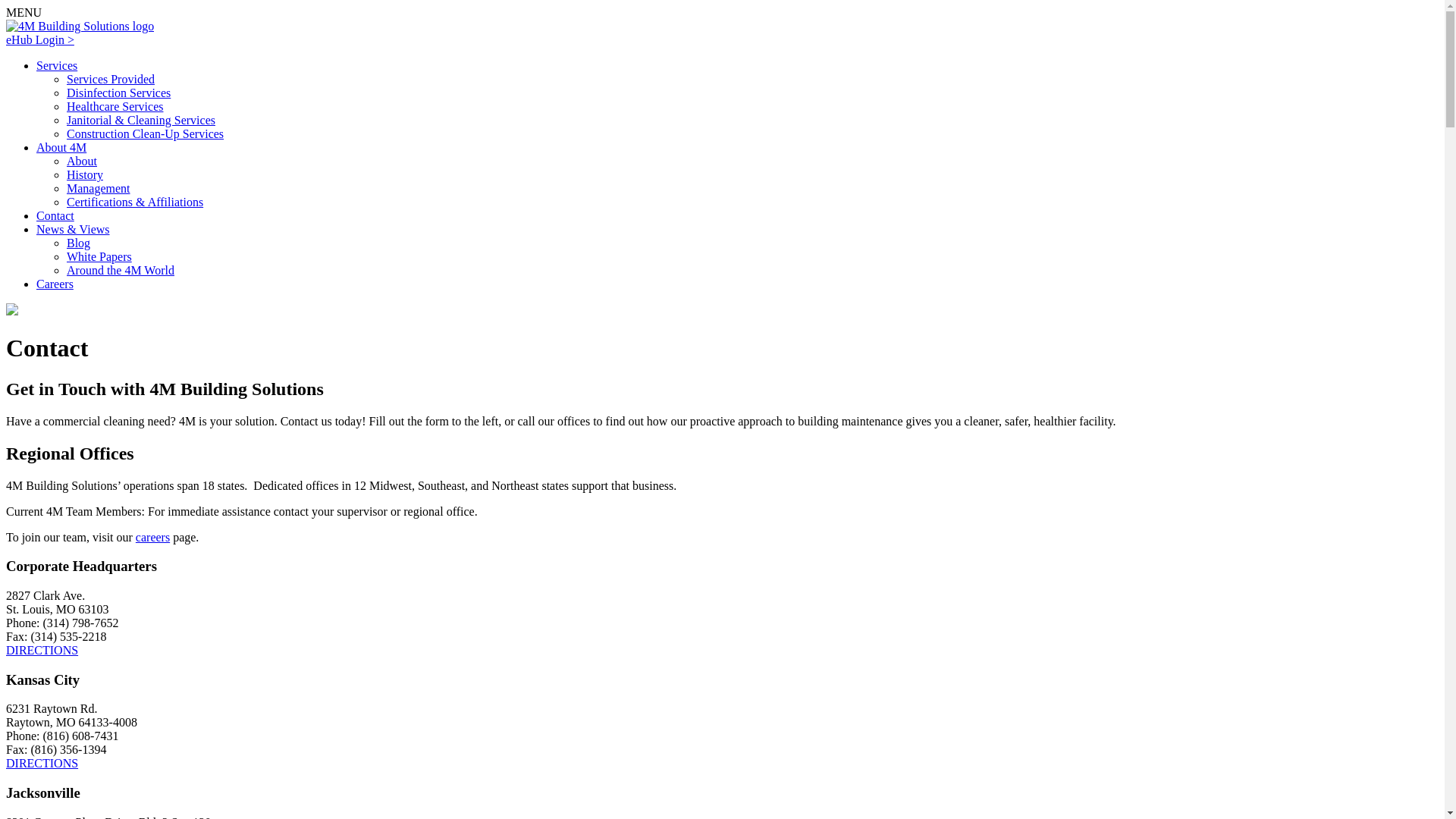 The height and width of the screenshot is (819, 1456). I want to click on 'Disinfection Services', so click(118, 93).